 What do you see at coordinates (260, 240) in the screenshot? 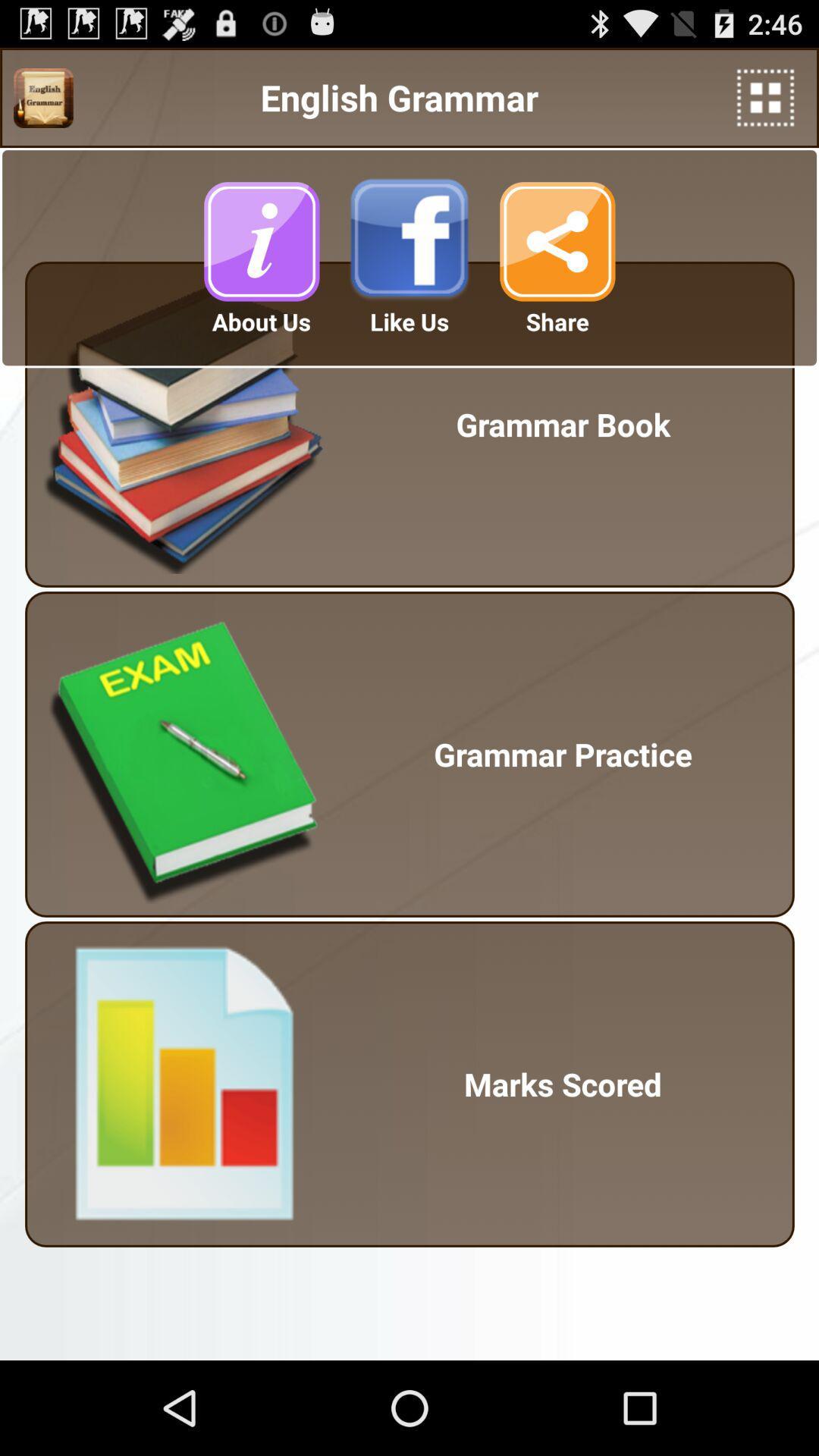
I see `more information` at bounding box center [260, 240].